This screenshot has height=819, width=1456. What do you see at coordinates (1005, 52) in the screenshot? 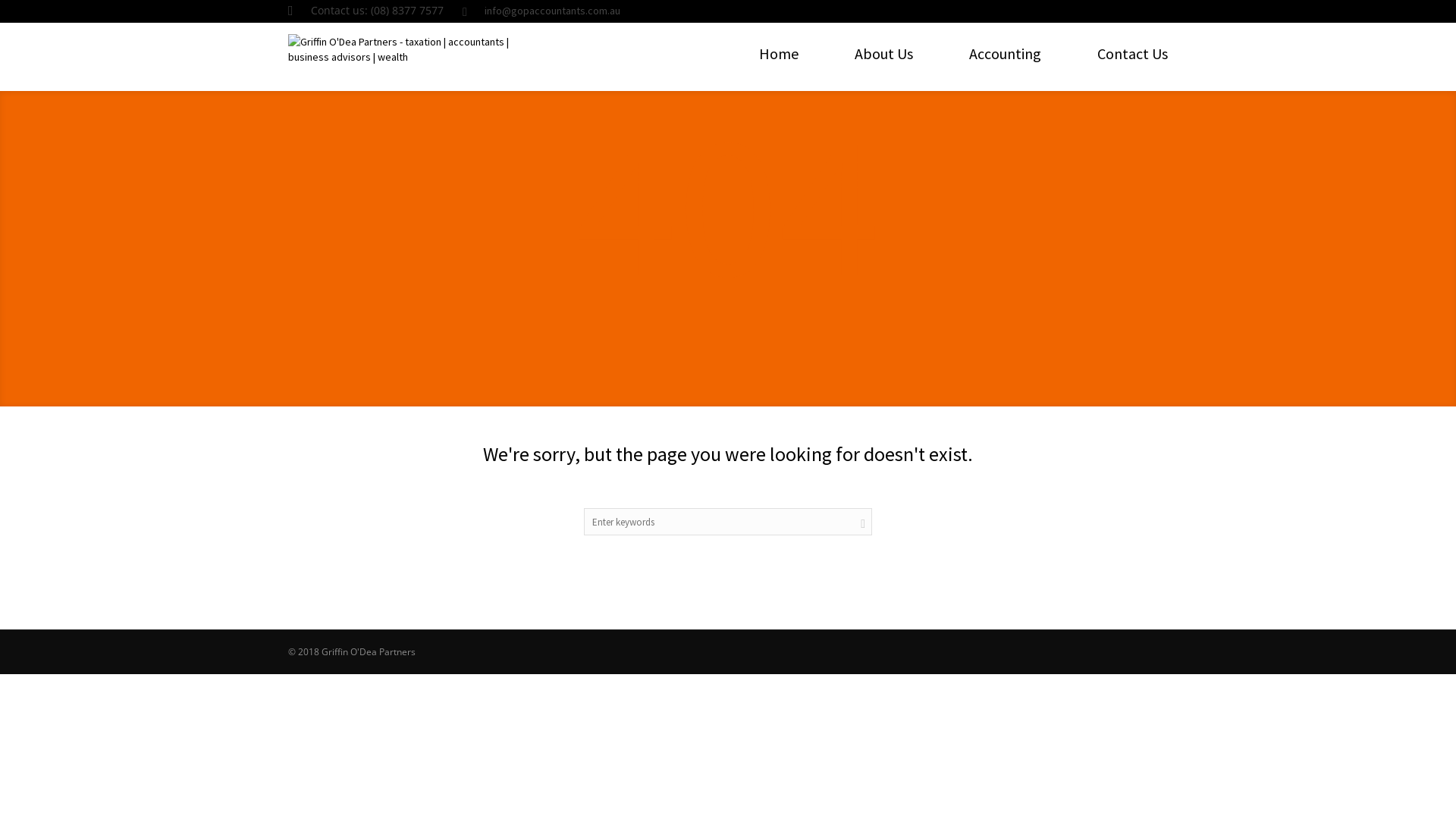
I see `'Accounting'` at bounding box center [1005, 52].